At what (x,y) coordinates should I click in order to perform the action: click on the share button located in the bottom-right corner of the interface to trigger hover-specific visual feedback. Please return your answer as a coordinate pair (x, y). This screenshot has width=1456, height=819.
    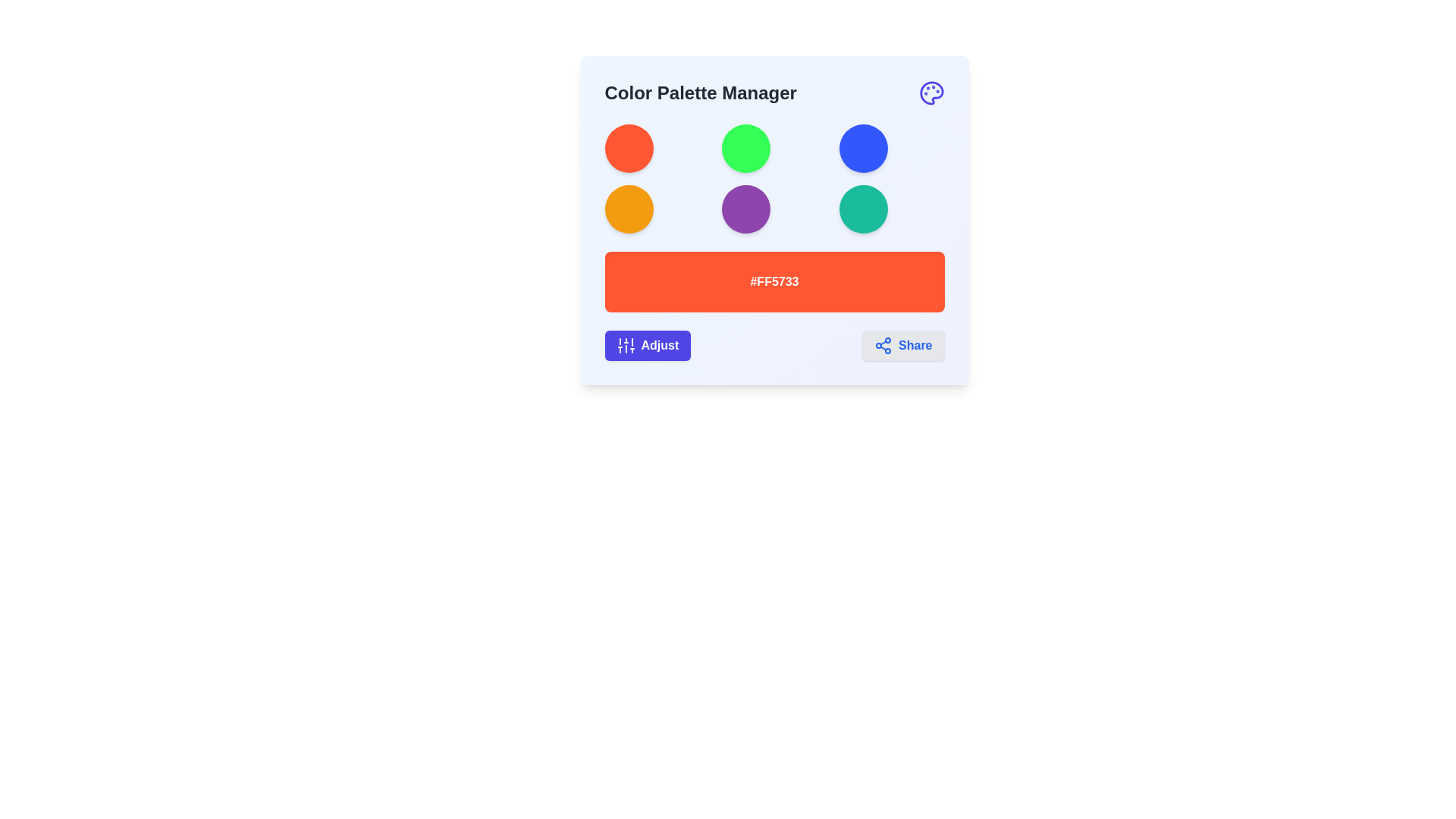
    Looking at the image, I should click on (903, 345).